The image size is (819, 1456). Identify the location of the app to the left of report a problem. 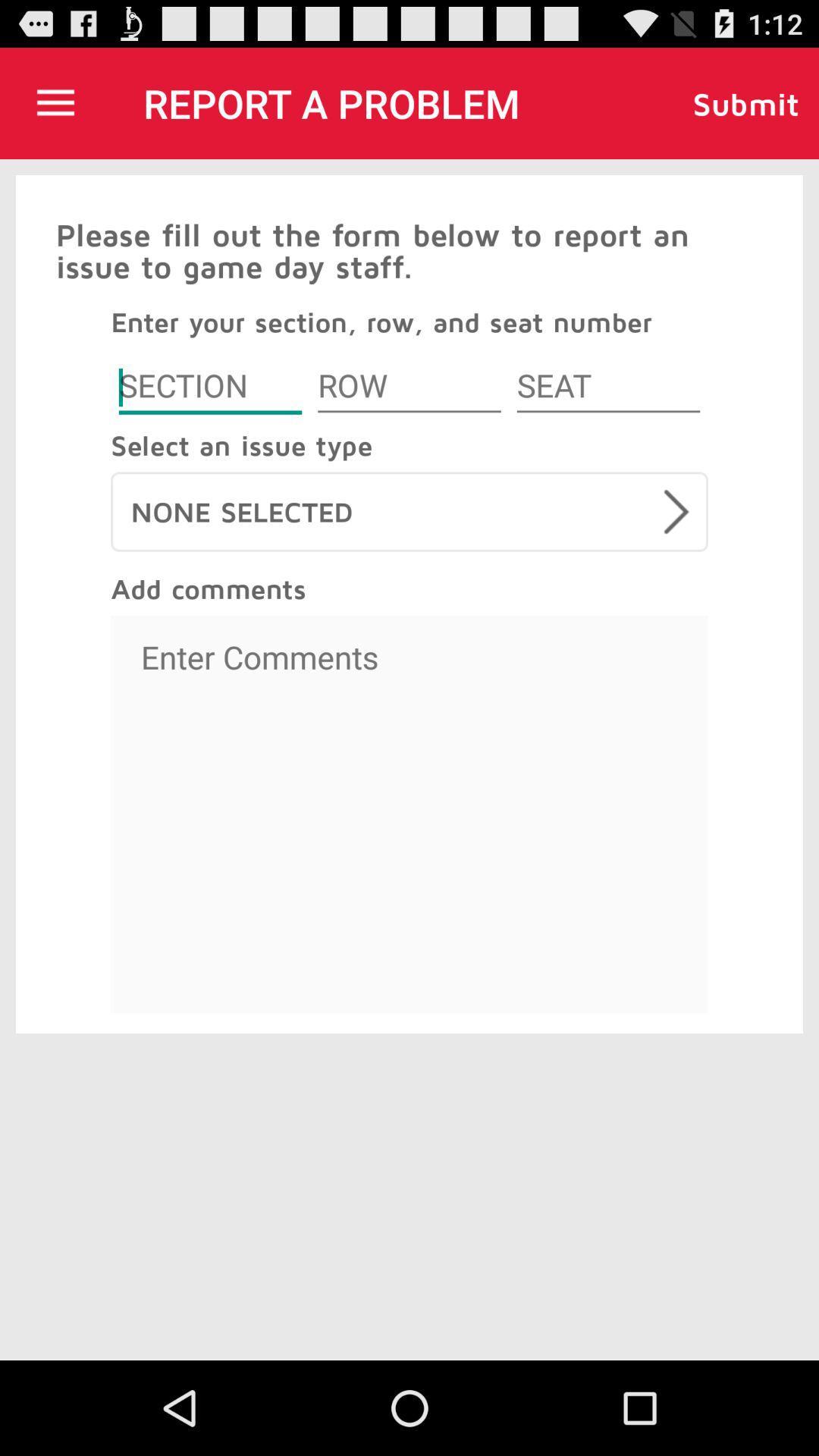
(55, 102).